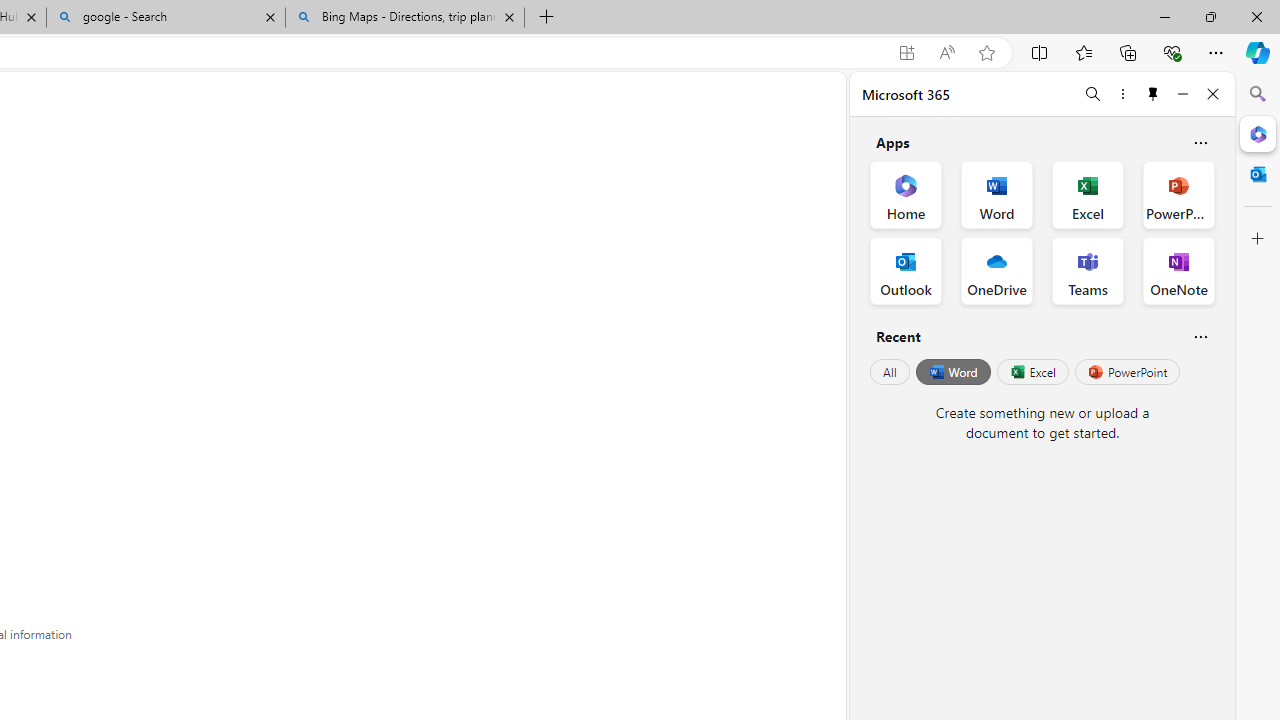 This screenshot has height=720, width=1280. I want to click on 'Excel Office App', so click(1087, 195).